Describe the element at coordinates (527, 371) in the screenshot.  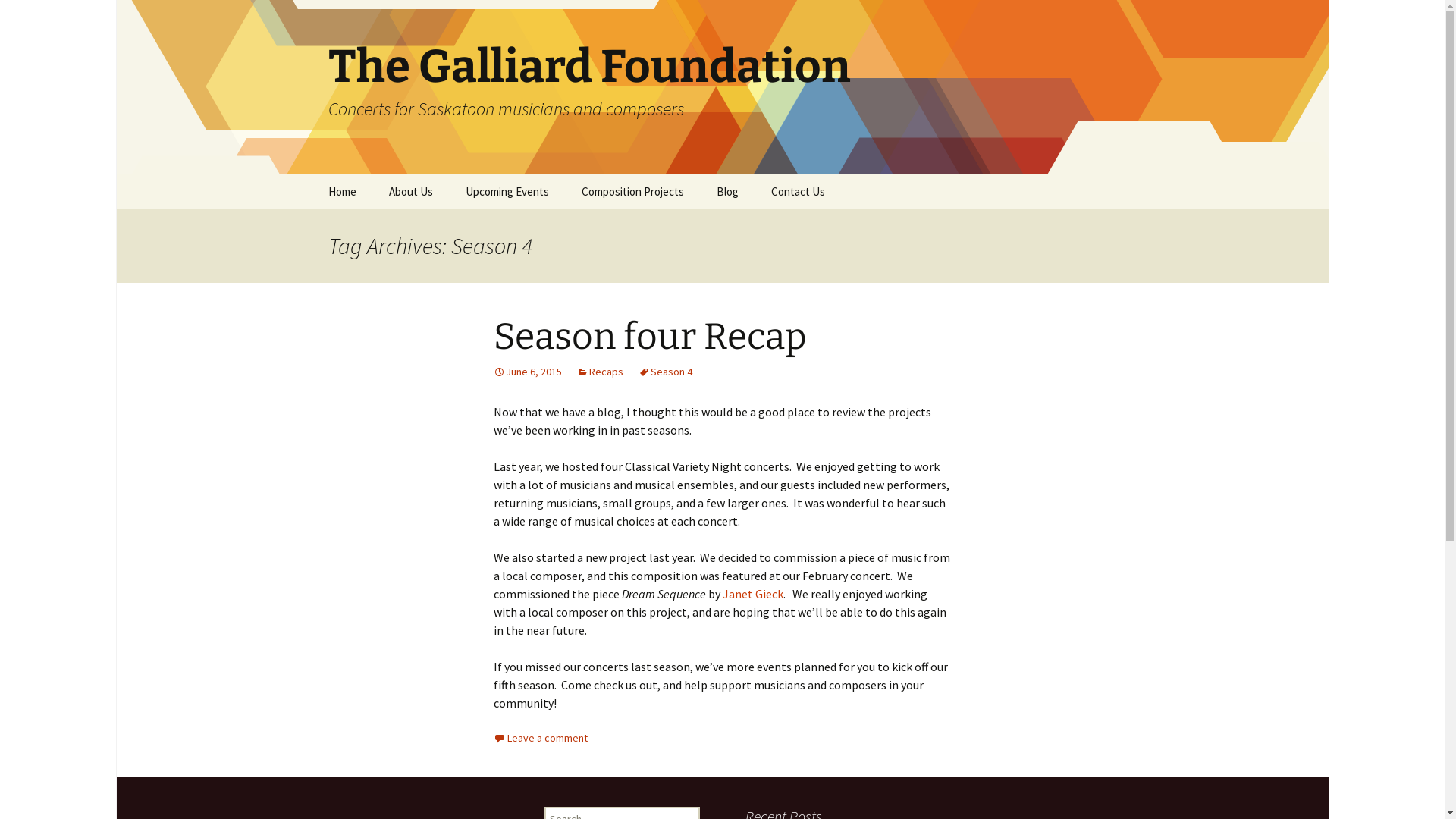
I see `'June 6, 2015'` at that location.